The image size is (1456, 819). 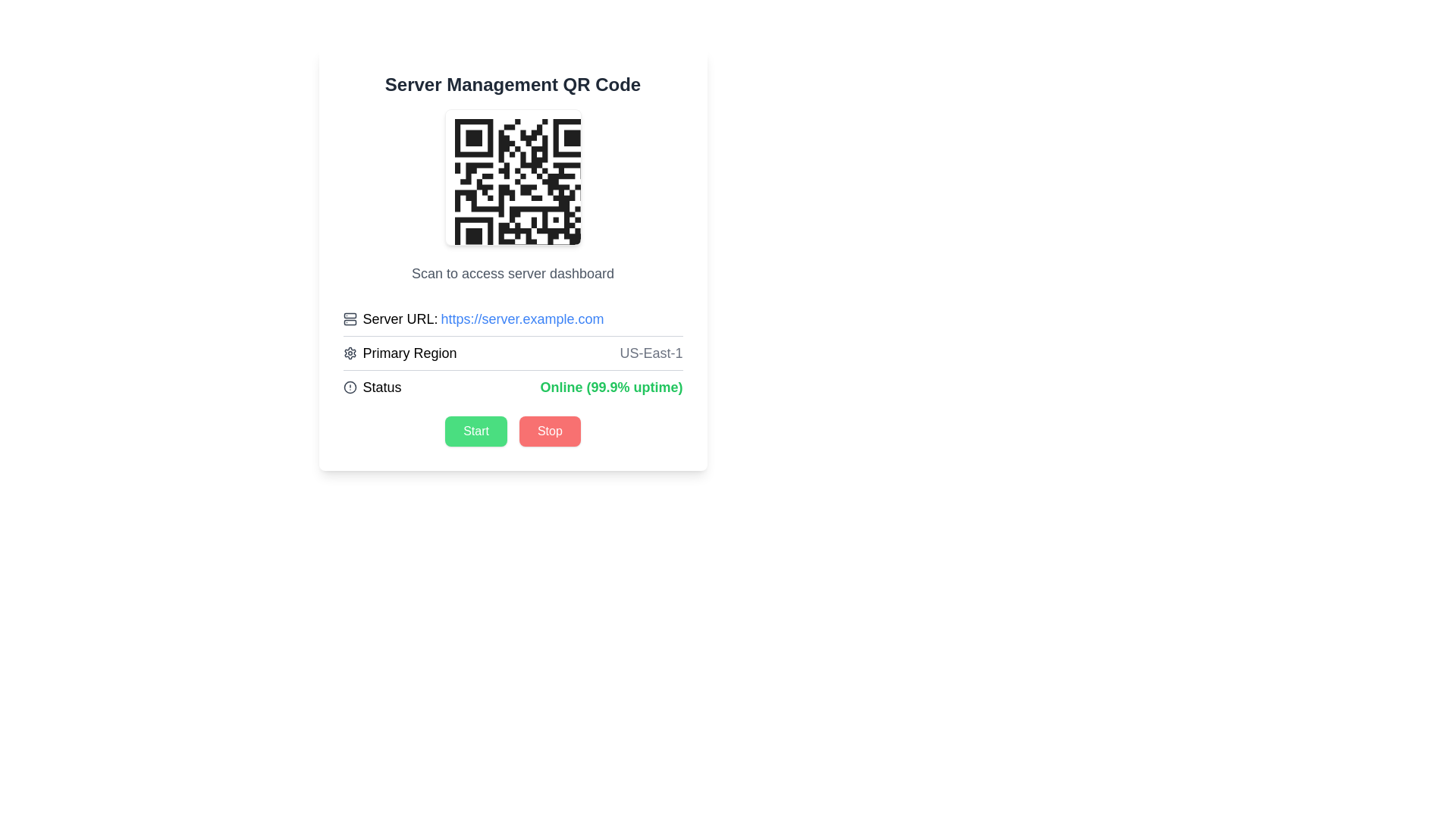 I want to click on the warning or alert indicator icon located beside the 'Status' label in the 'Status' section of the interface, so click(x=349, y=386).